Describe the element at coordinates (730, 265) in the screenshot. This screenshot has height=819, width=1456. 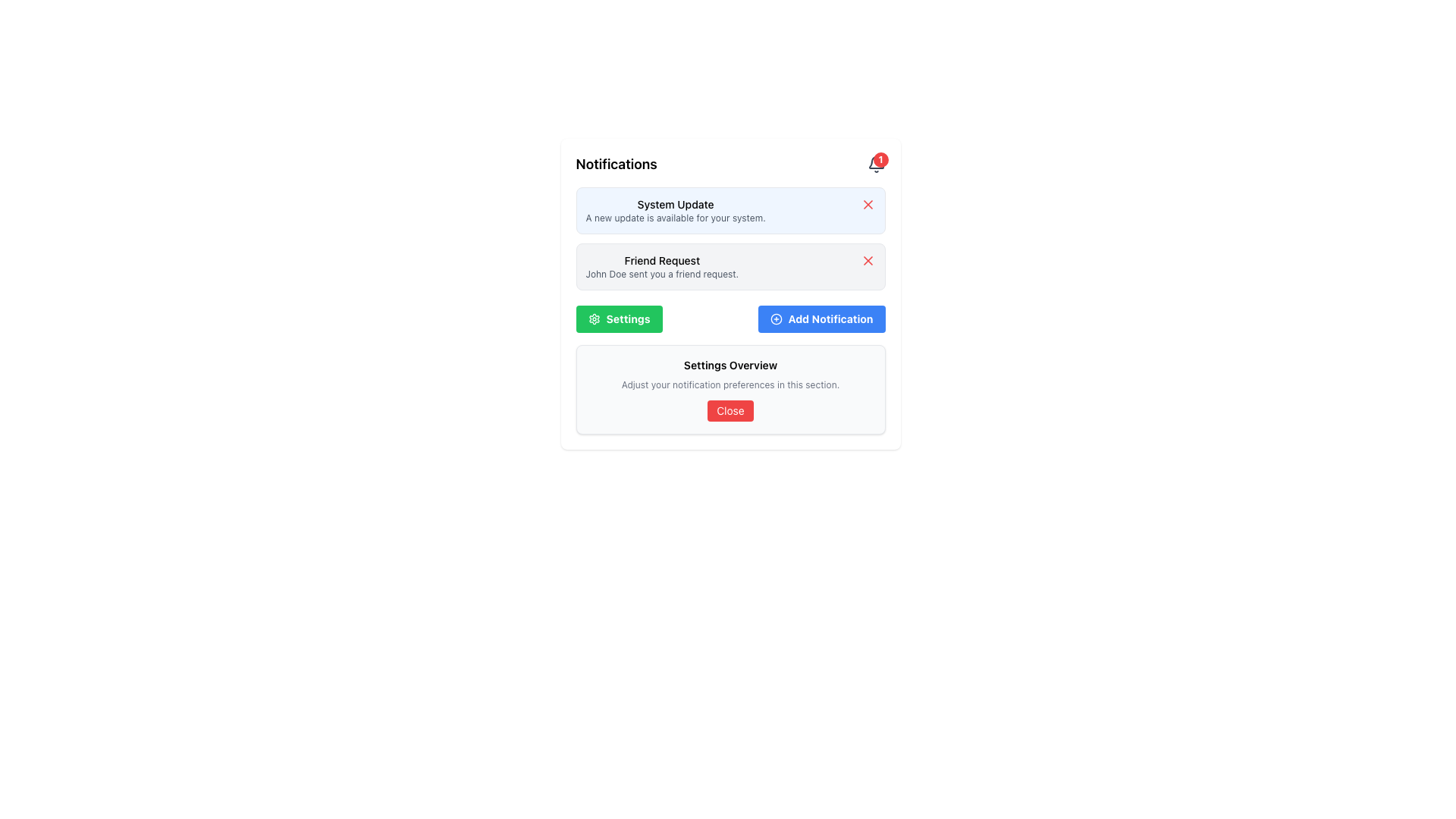
I see `notification titled 'Friend Request' that states 'John Doe sent you a friend request.'` at that location.